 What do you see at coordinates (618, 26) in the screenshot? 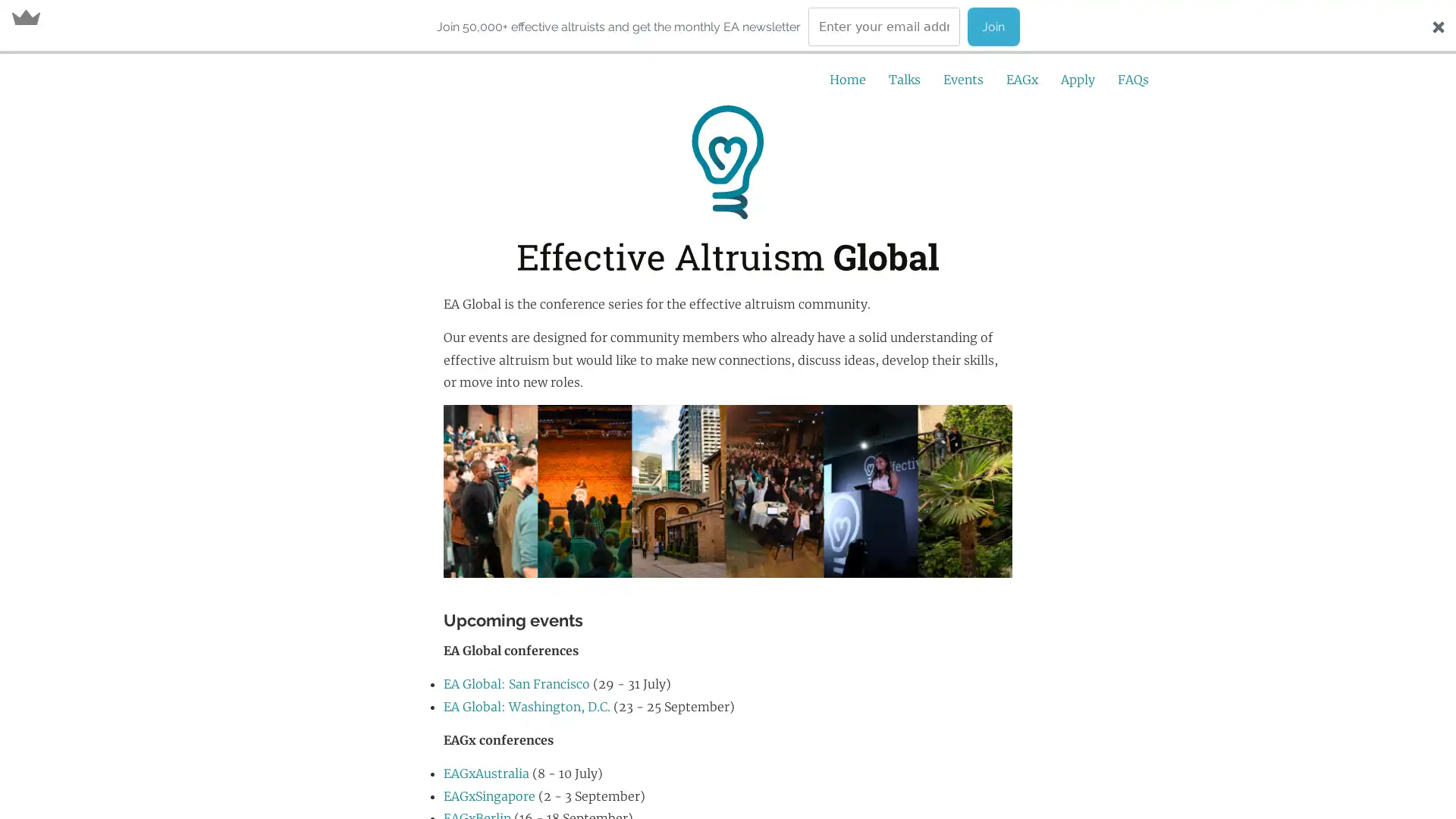
I see `Join 50,000+ effective altruists and get the monthly EA newsletter` at bounding box center [618, 26].